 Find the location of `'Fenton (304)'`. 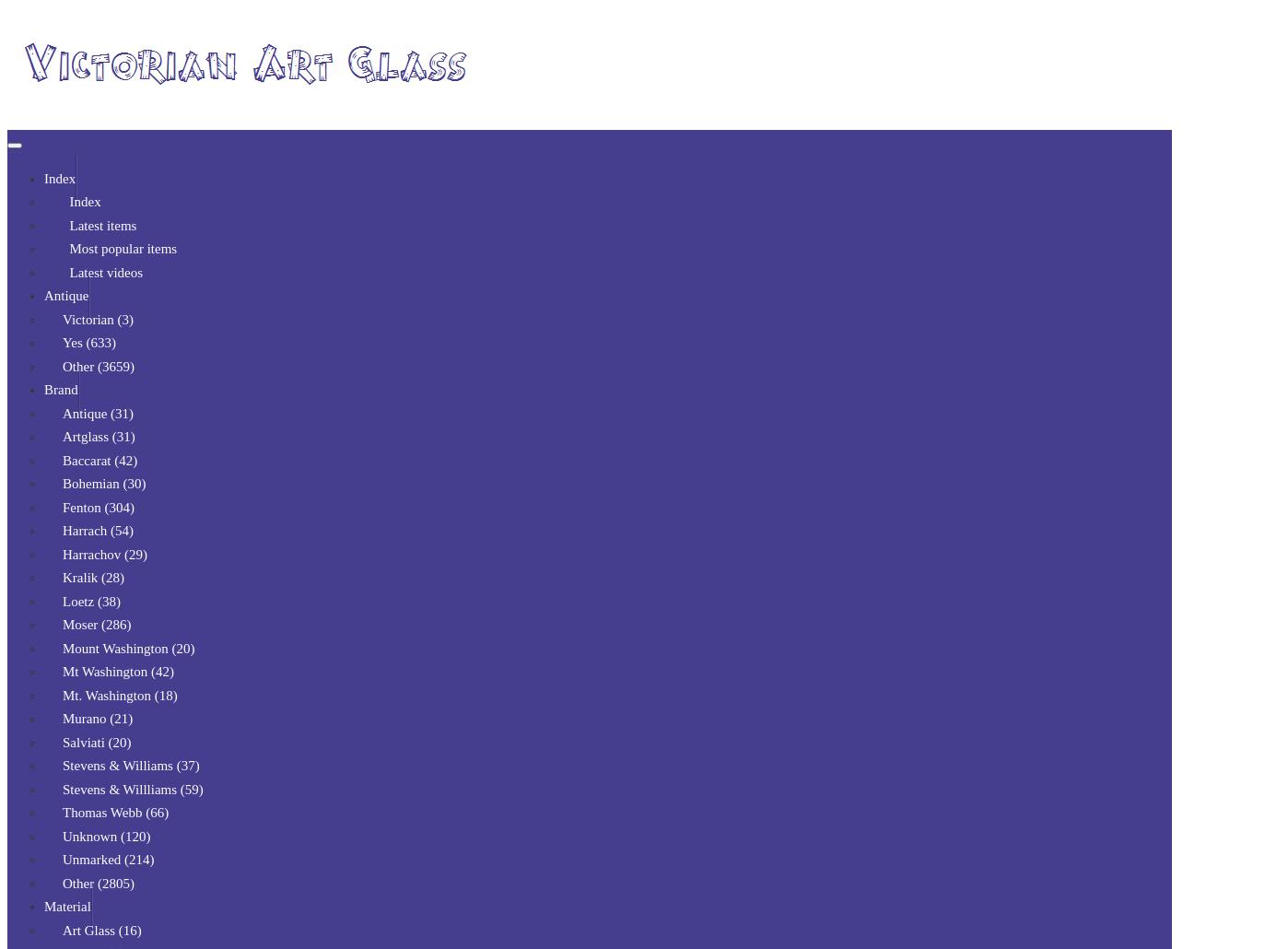

'Fenton (304)' is located at coordinates (98, 507).